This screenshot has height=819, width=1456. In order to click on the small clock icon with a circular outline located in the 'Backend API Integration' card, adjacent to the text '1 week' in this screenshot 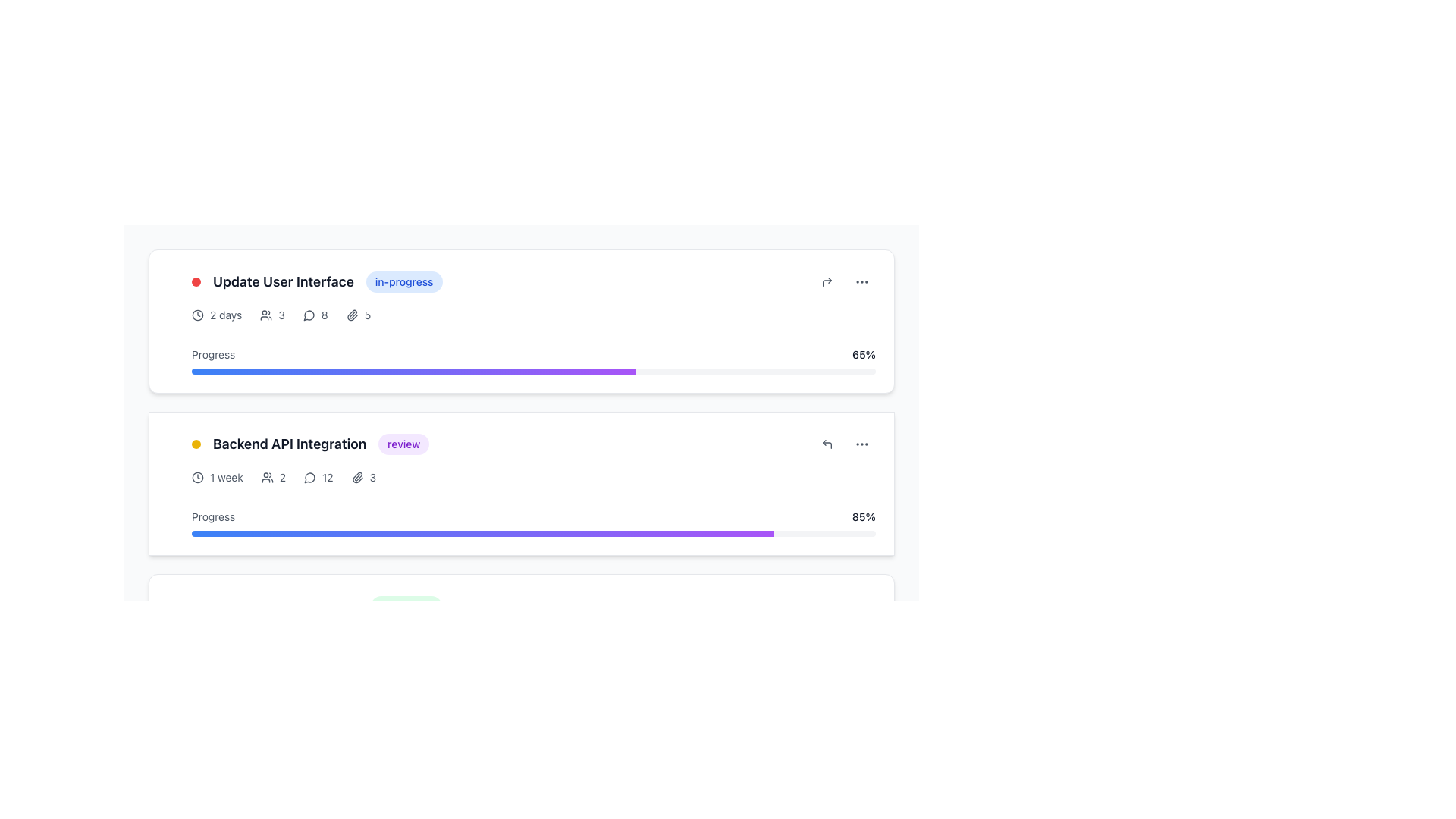, I will do `click(196, 476)`.